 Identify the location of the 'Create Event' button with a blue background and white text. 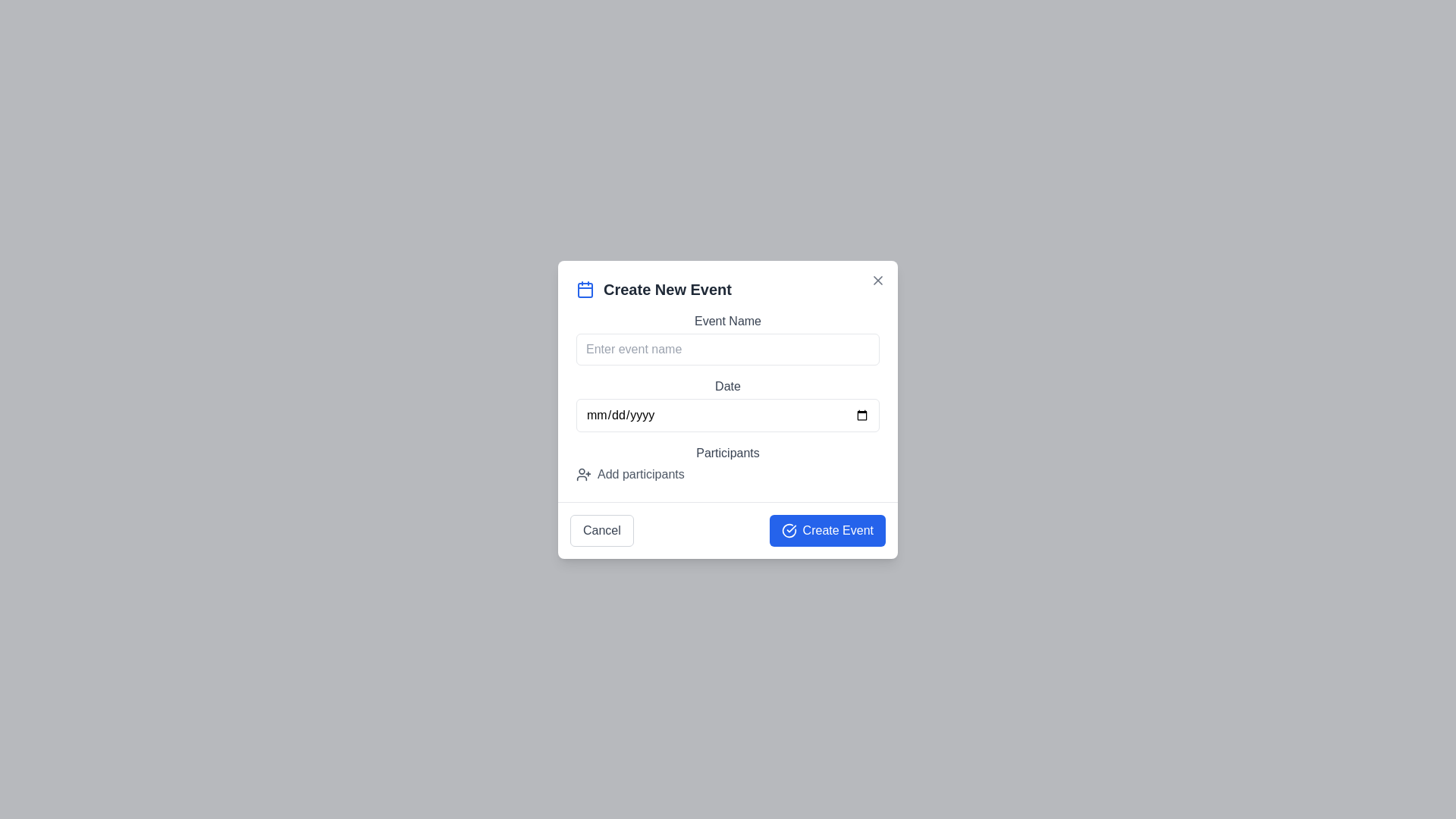
(827, 529).